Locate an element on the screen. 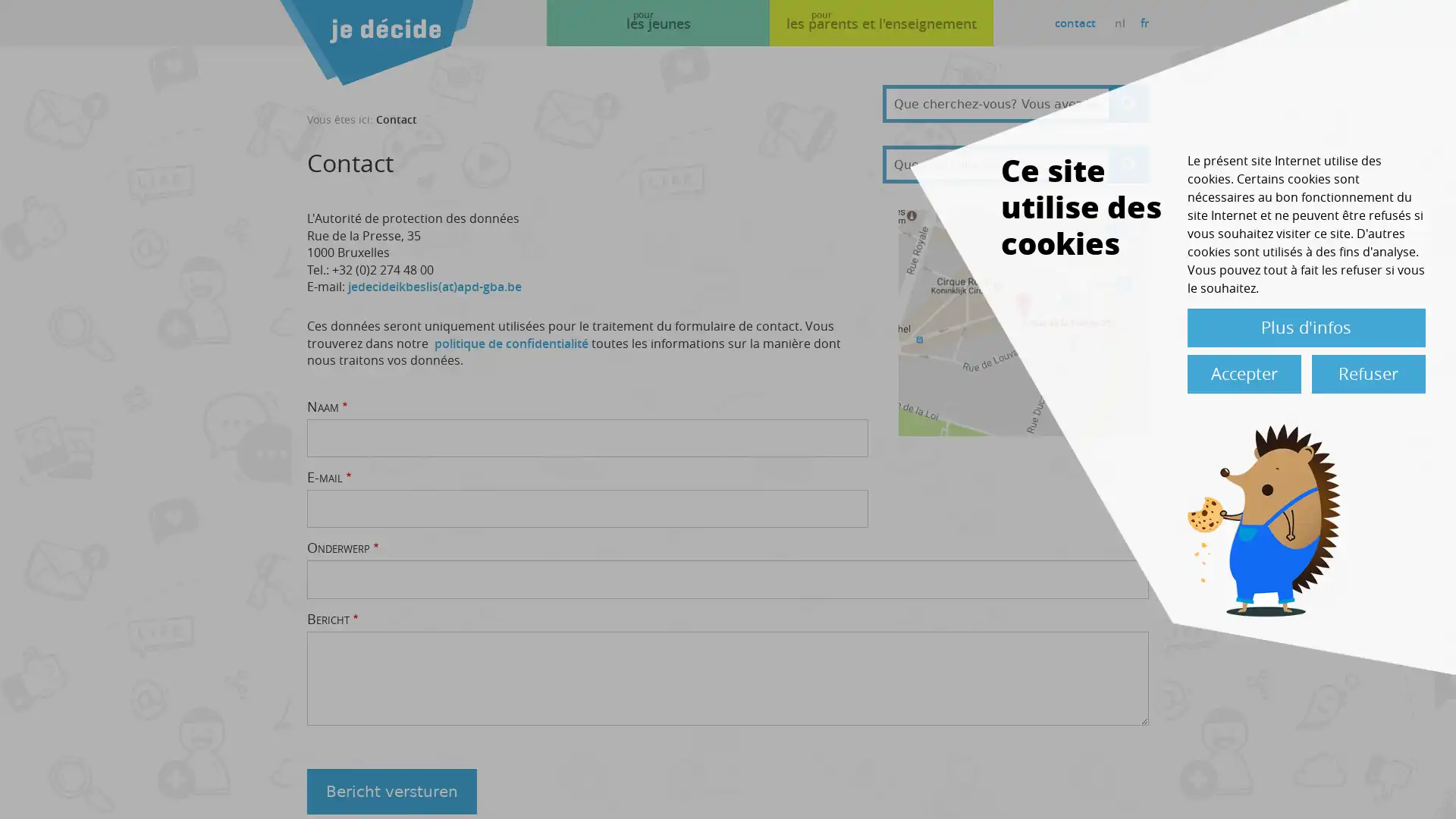  Apply is located at coordinates (1128, 103).